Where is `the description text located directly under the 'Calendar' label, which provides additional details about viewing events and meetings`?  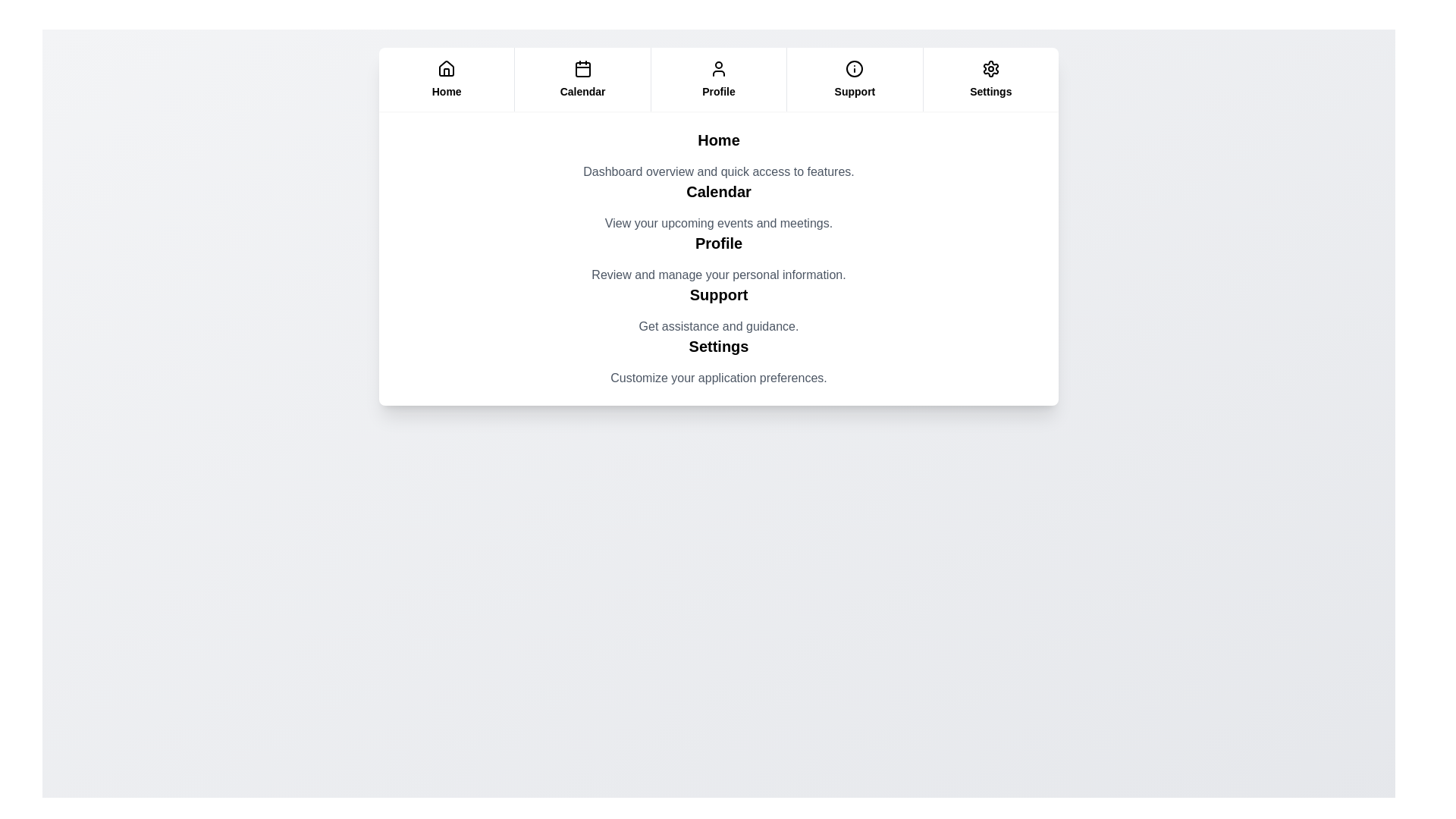 the description text located directly under the 'Calendar' label, which provides additional details about viewing events and meetings is located at coordinates (718, 223).